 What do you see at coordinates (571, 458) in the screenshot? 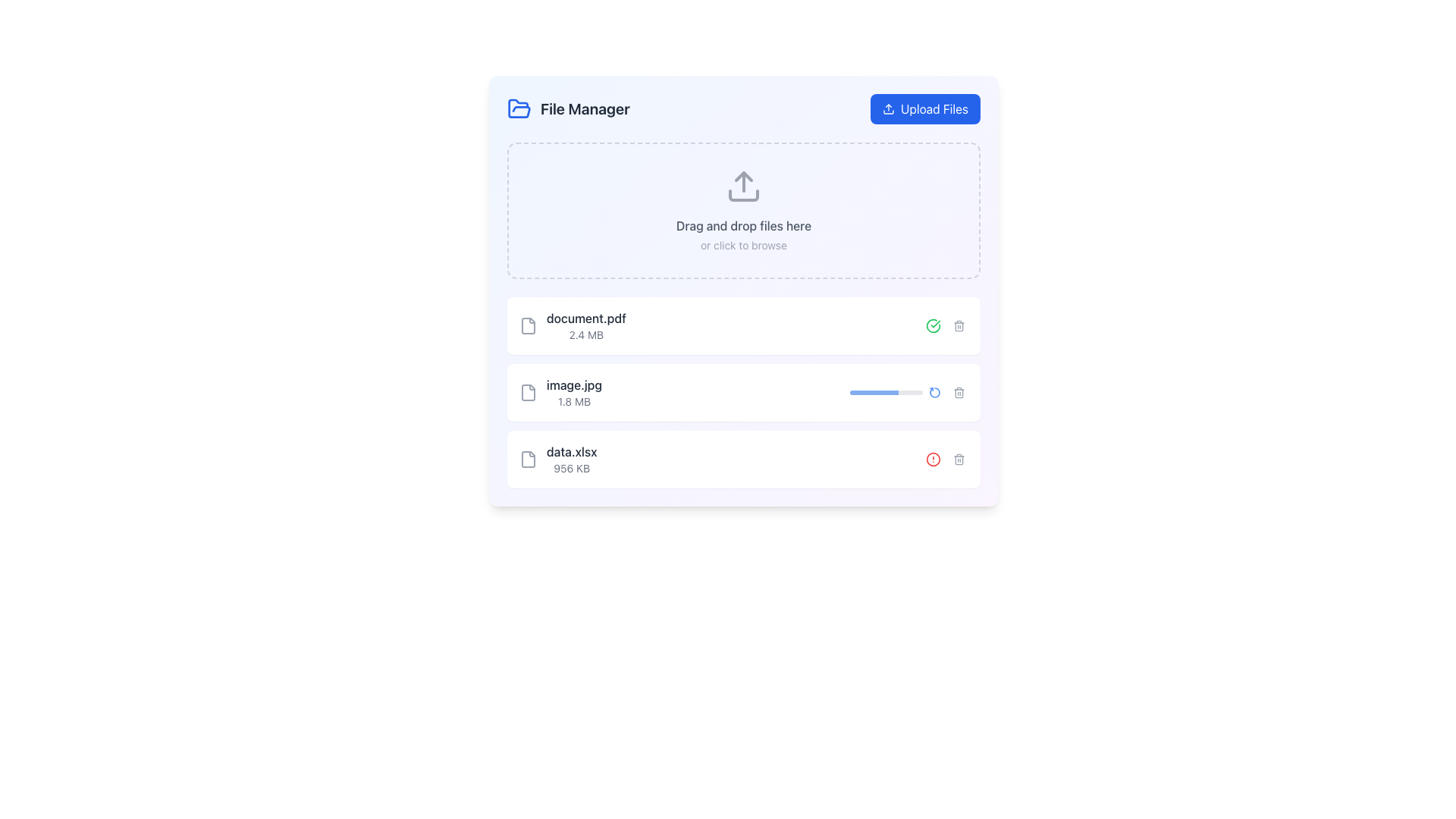
I see `the text label displaying 'data.xlsx' and '956 KB', which is the third item in a file management list, located to the right of a file icon` at bounding box center [571, 458].